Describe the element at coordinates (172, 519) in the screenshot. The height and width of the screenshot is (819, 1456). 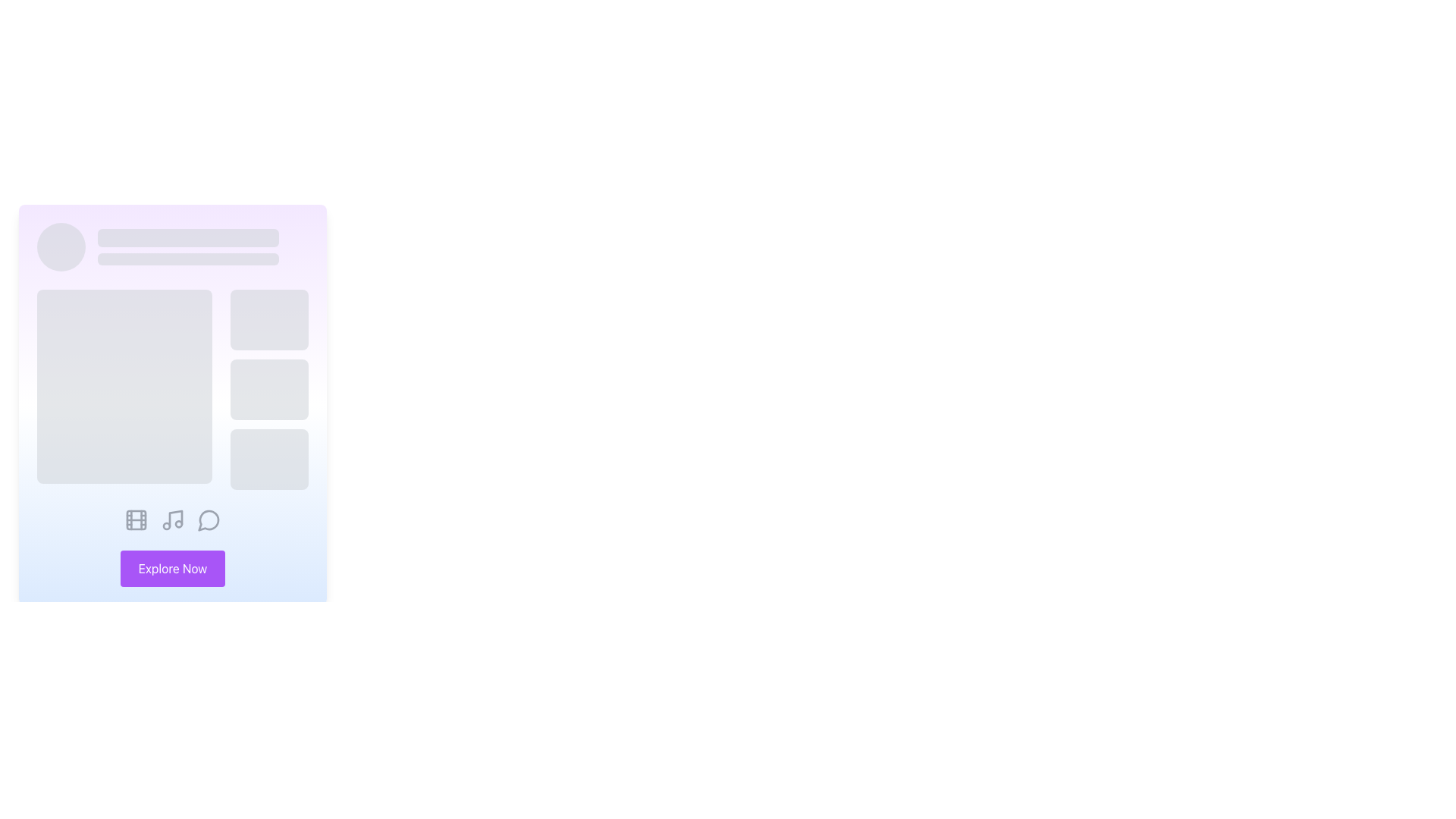
I see `the music or audio content navigation icon located in the center of the bottom navigation bar` at that location.